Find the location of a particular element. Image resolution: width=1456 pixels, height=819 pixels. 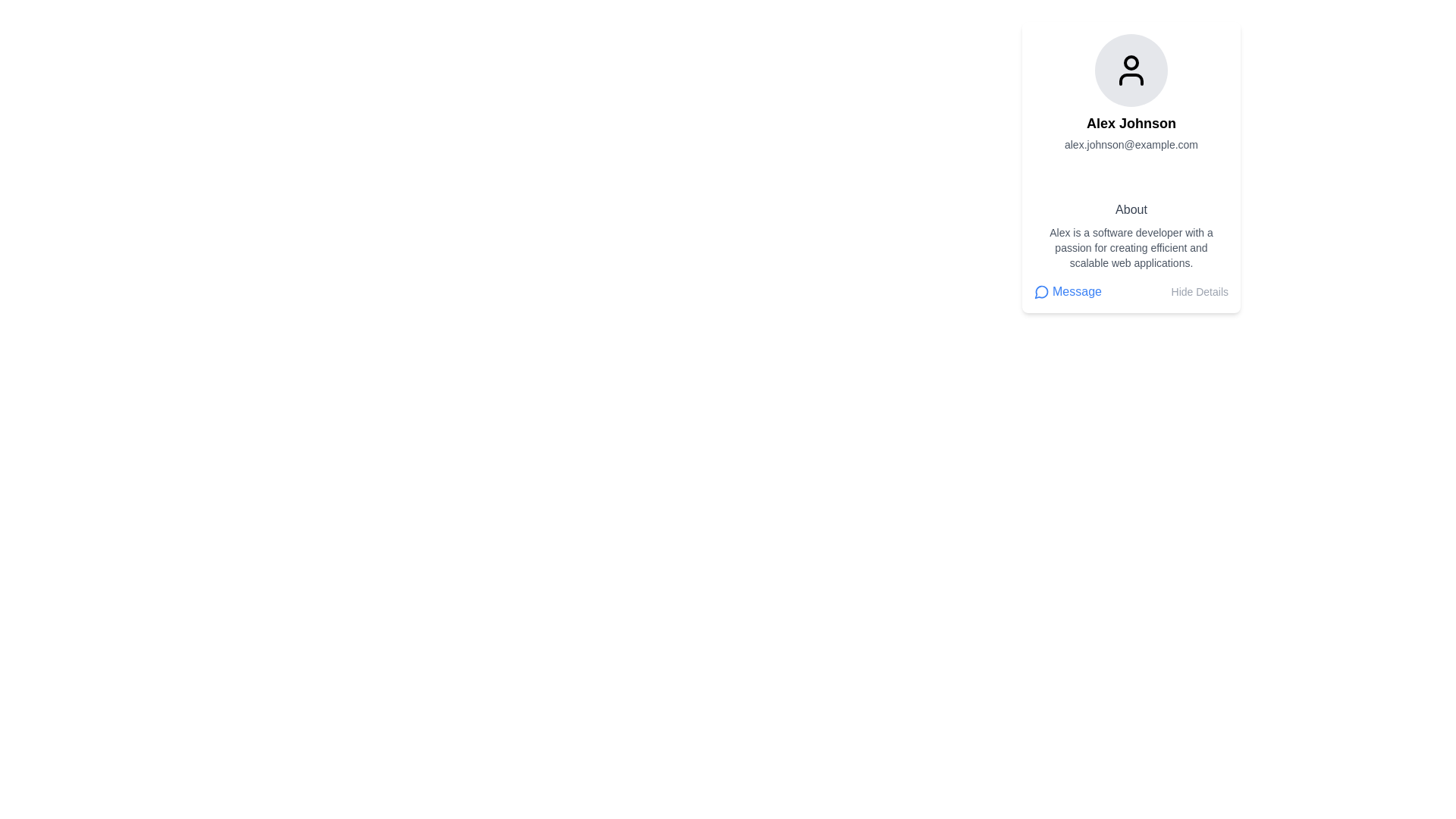

the text label displaying the email address associated with the profile of Alex Johnson, located in the vertical profile card is located at coordinates (1131, 145).